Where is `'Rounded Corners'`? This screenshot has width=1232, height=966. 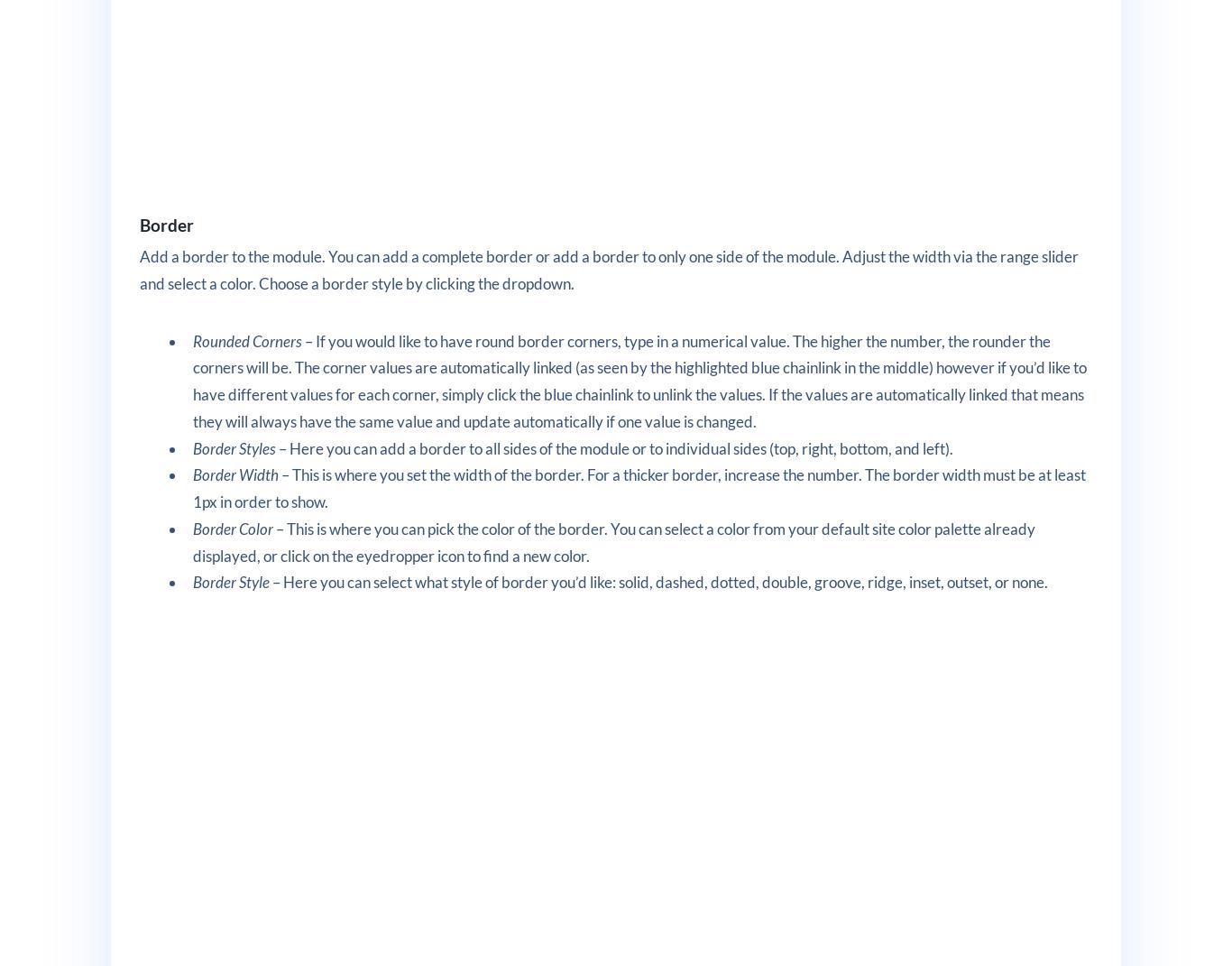 'Rounded Corners' is located at coordinates (247, 339).